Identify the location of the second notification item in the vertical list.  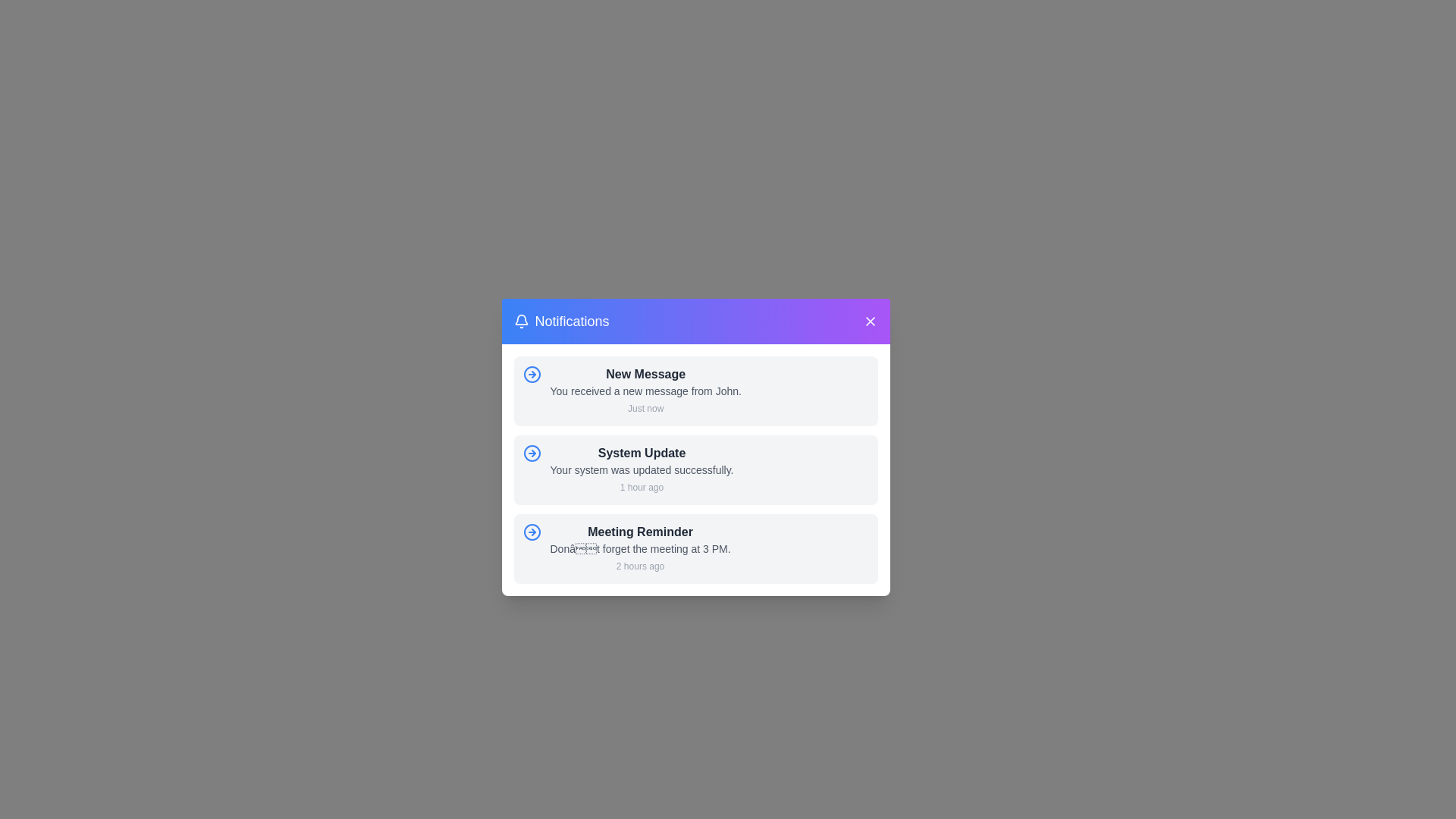
(642, 469).